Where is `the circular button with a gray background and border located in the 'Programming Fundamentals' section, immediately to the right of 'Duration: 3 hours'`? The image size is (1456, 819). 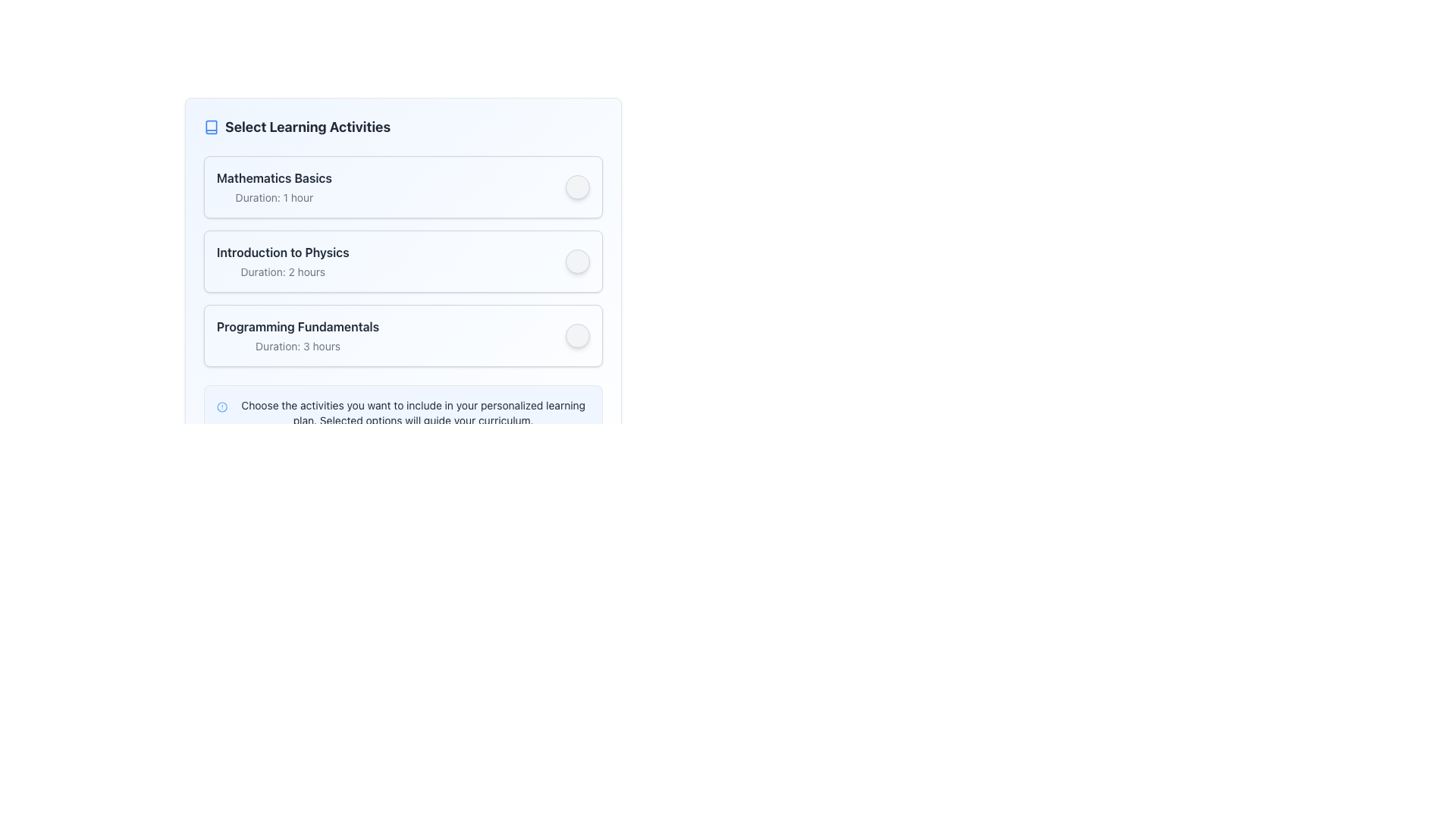 the circular button with a gray background and border located in the 'Programming Fundamentals' section, immediately to the right of 'Duration: 3 hours' is located at coordinates (577, 335).